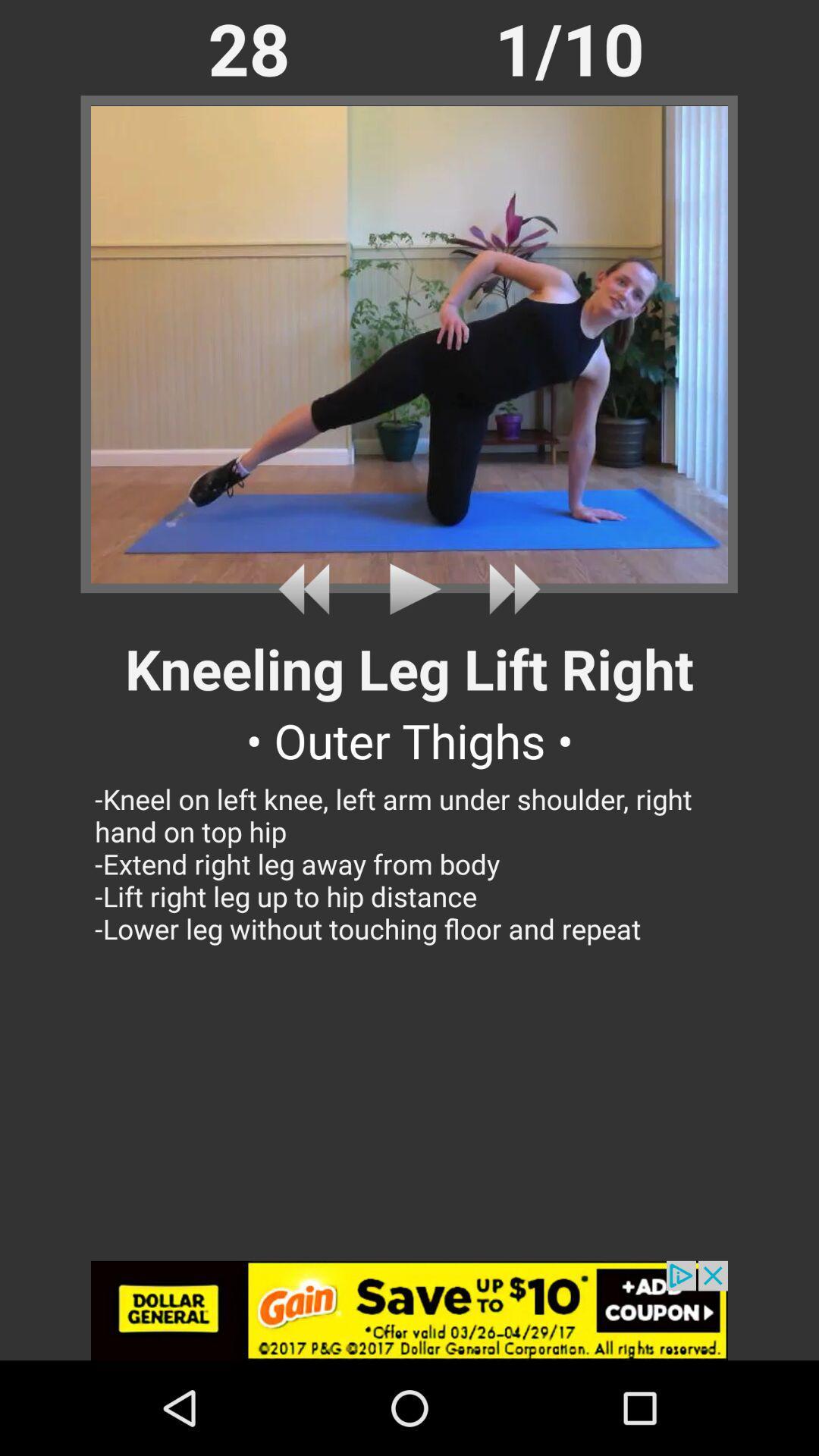 The height and width of the screenshot is (1456, 819). Describe the element at coordinates (409, 1310) in the screenshot. I see `selected advertisement` at that location.